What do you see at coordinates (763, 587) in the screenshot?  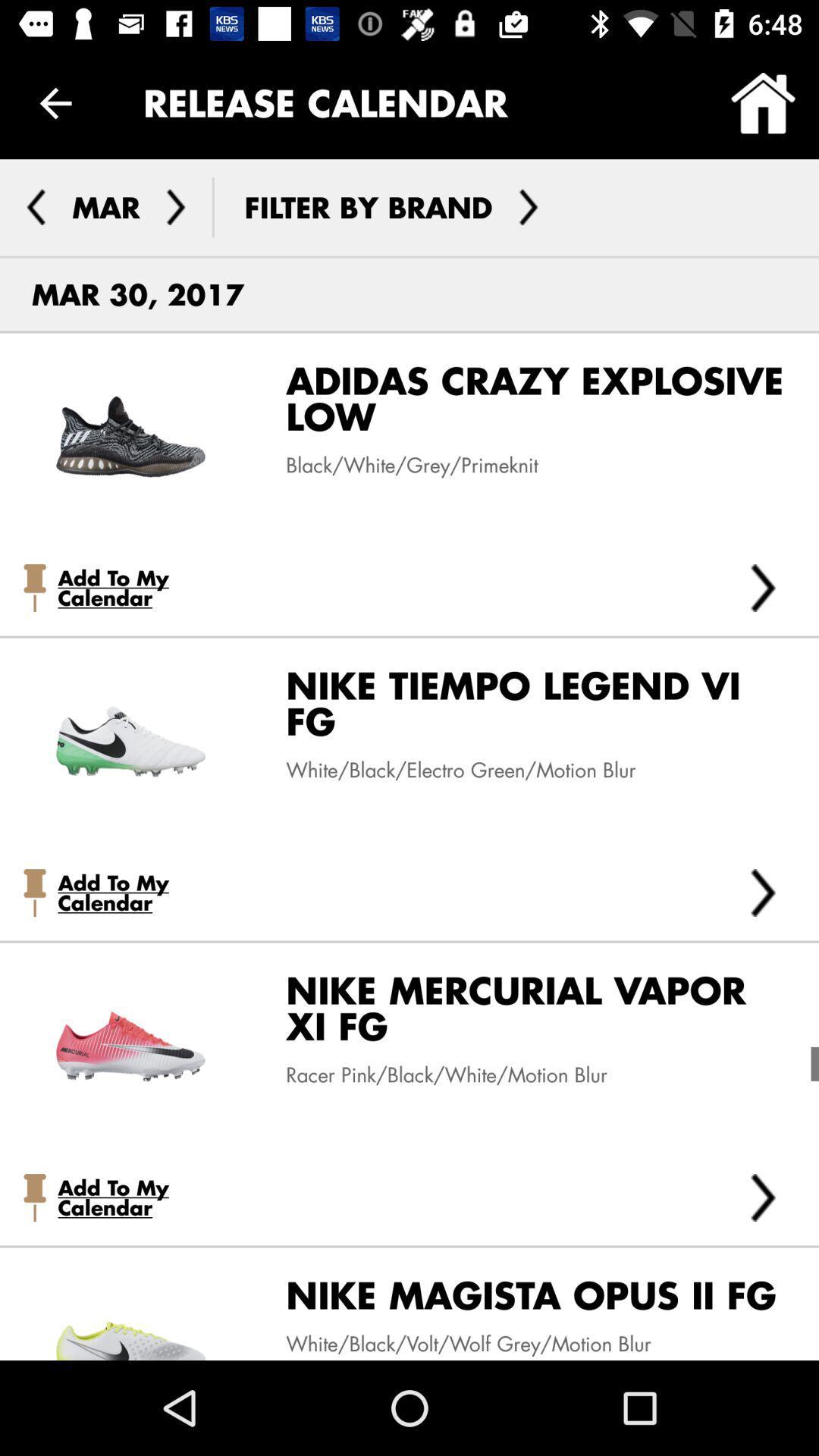 I see `item next to add to my icon` at bounding box center [763, 587].